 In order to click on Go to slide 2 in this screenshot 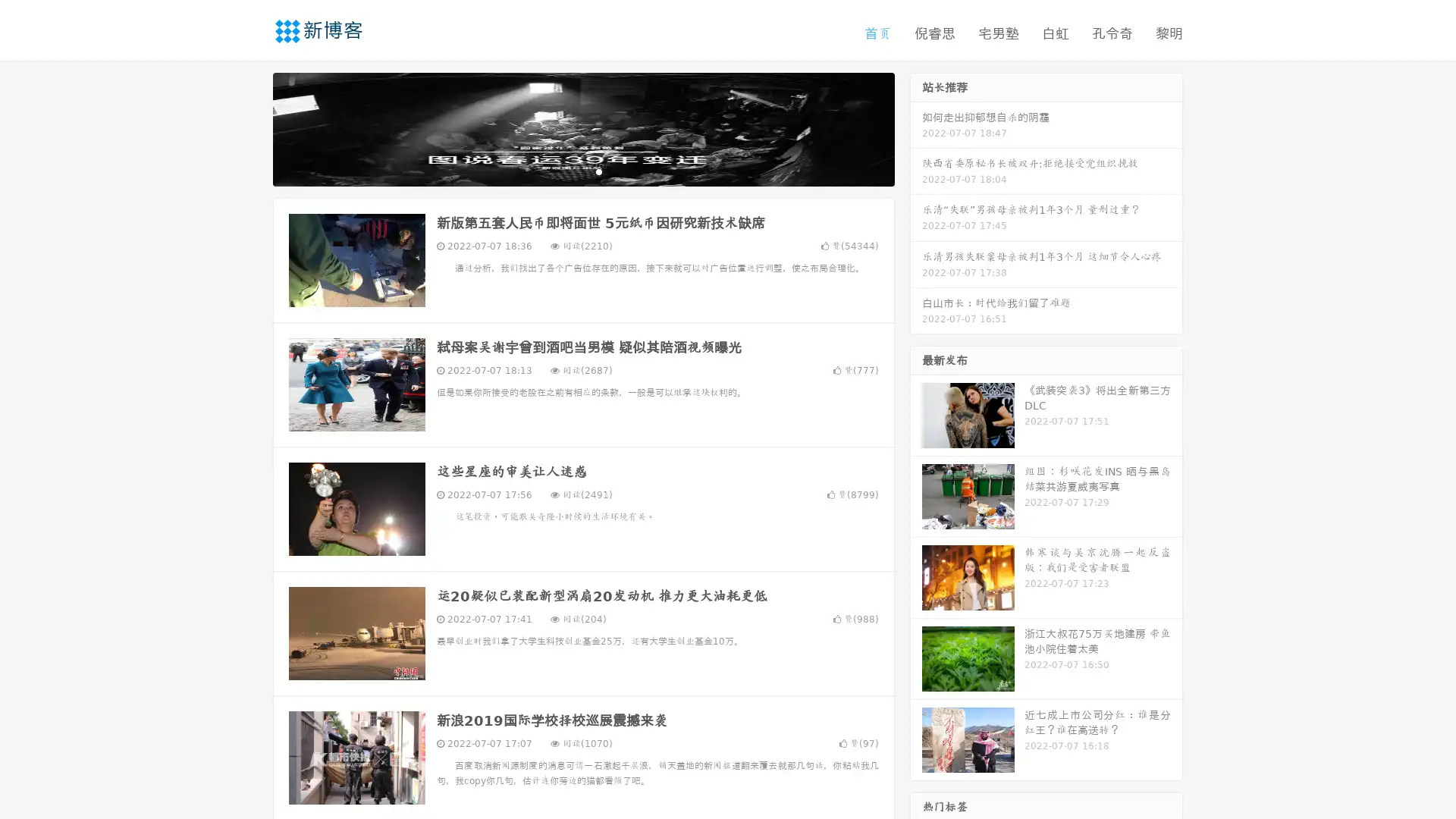, I will do `click(582, 171)`.